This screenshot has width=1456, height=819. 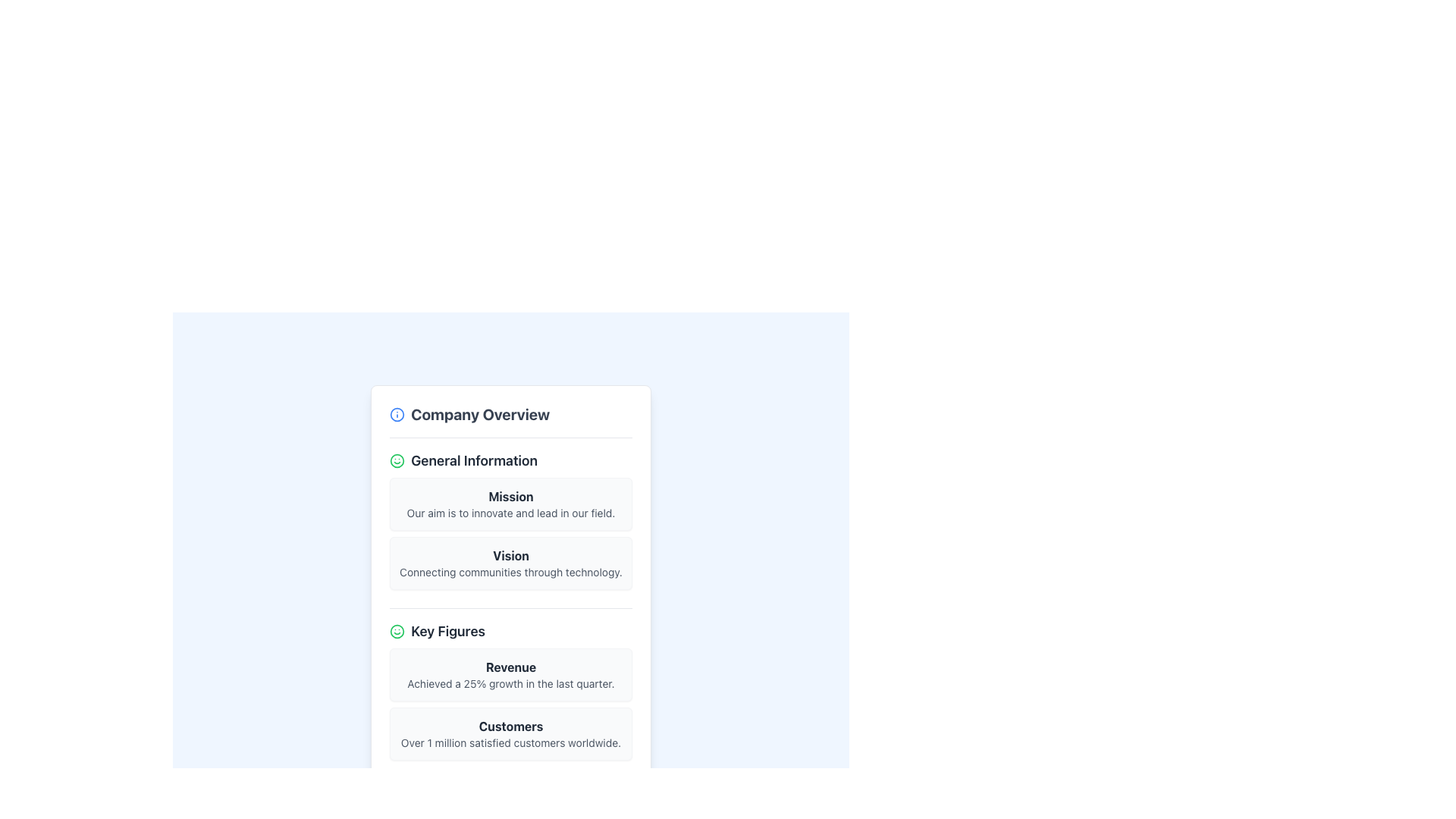 I want to click on the static informational card displaying company vision located in the 'General Information' section of the 'Company Overview' modal, positioned between the 'Mission' card and the 'Key Figures' section, so click(x=510, y=581).